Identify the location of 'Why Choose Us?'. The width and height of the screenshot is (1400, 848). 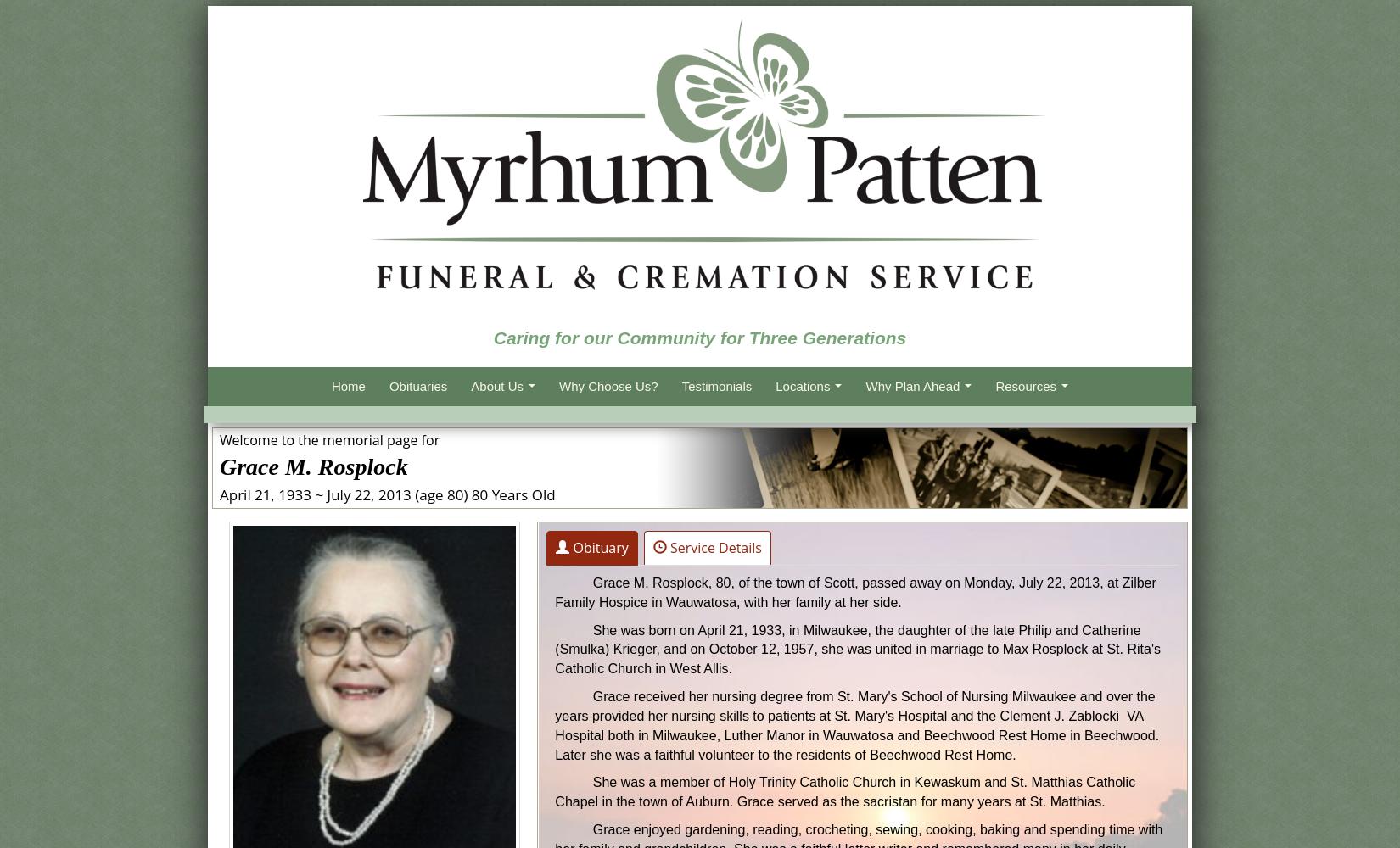
(607, 385).